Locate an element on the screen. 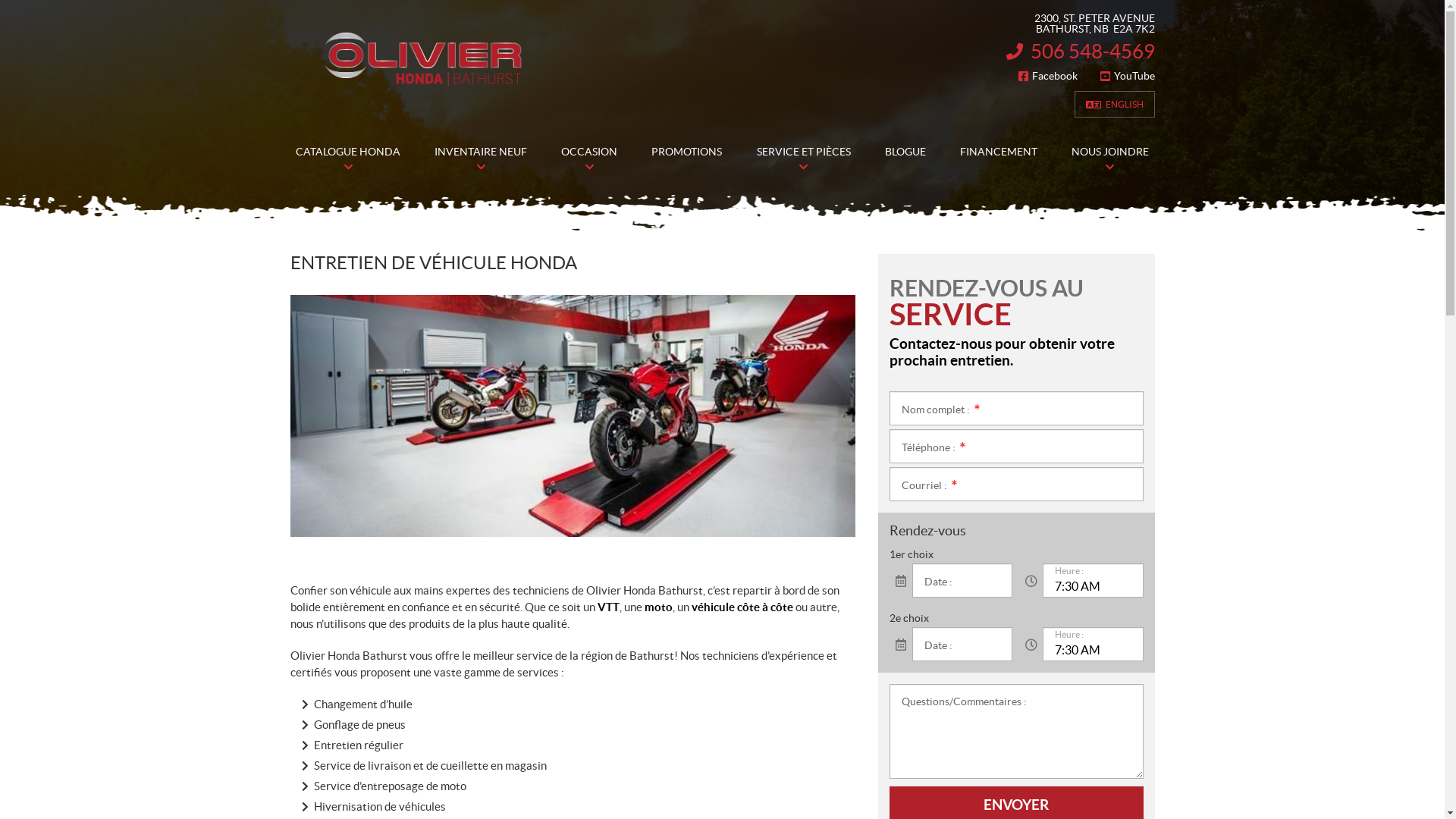  'Facebook' is located at coordinates (1046, 76).